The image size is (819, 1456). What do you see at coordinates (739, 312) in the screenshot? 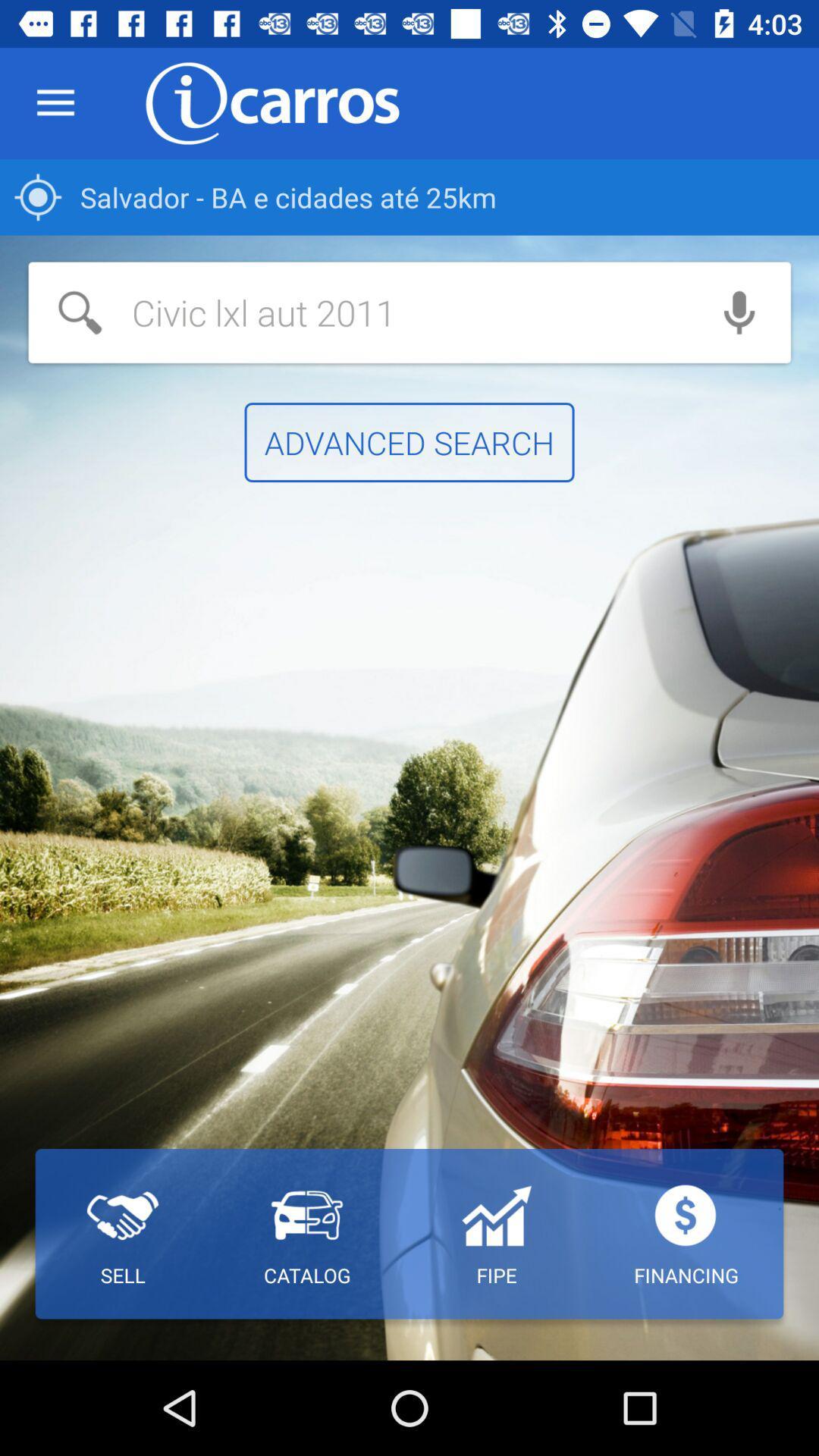
I see `the microphone icon` at bounding box center [739, 312].